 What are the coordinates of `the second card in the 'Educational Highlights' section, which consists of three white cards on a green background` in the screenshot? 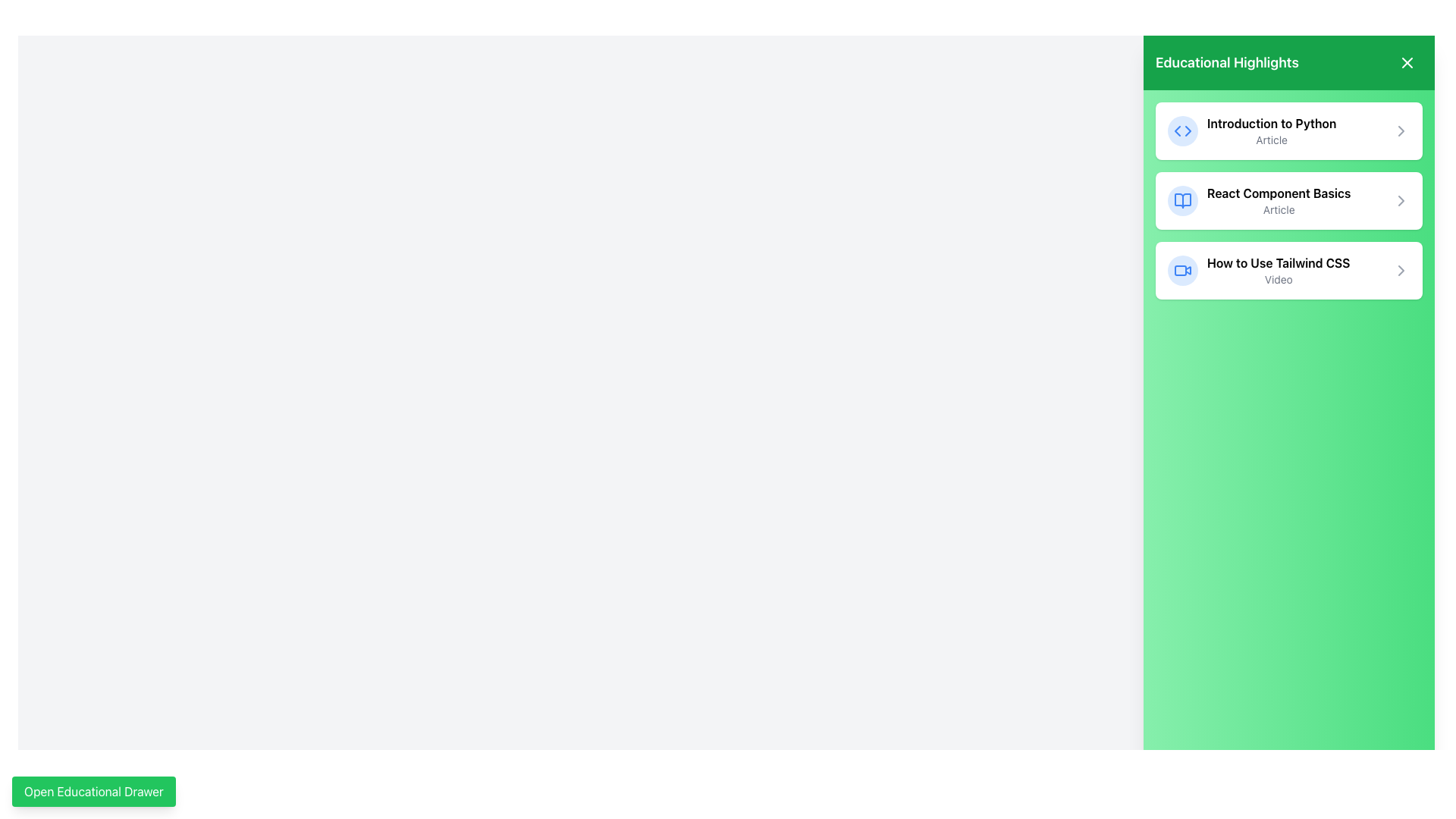 It's located at (1288, 200).